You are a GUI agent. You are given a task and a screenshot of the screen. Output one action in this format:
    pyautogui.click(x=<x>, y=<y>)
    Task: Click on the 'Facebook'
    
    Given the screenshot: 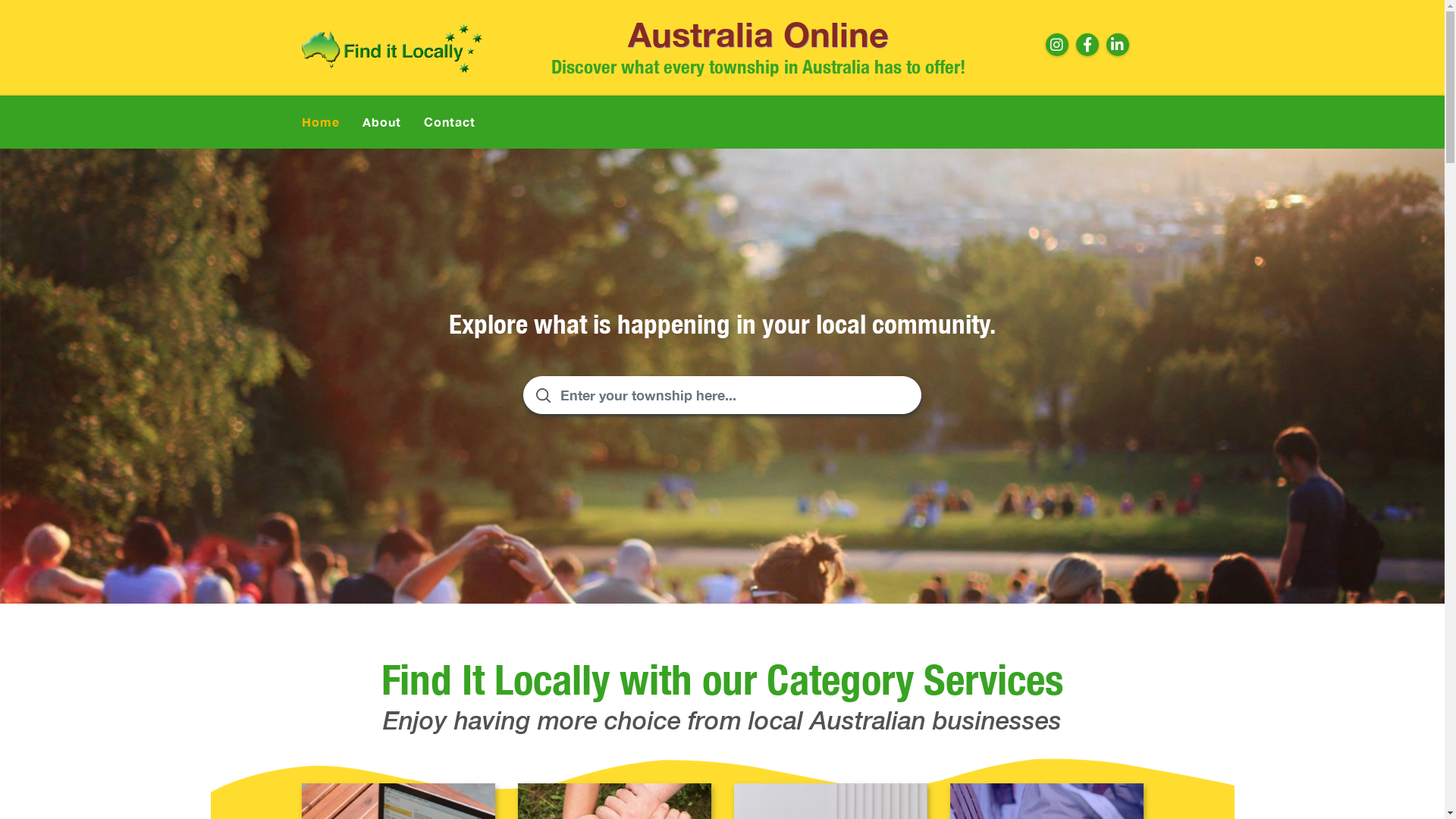 What is the action you would take?
    pyautogui.click(x=1087, y=43)
    